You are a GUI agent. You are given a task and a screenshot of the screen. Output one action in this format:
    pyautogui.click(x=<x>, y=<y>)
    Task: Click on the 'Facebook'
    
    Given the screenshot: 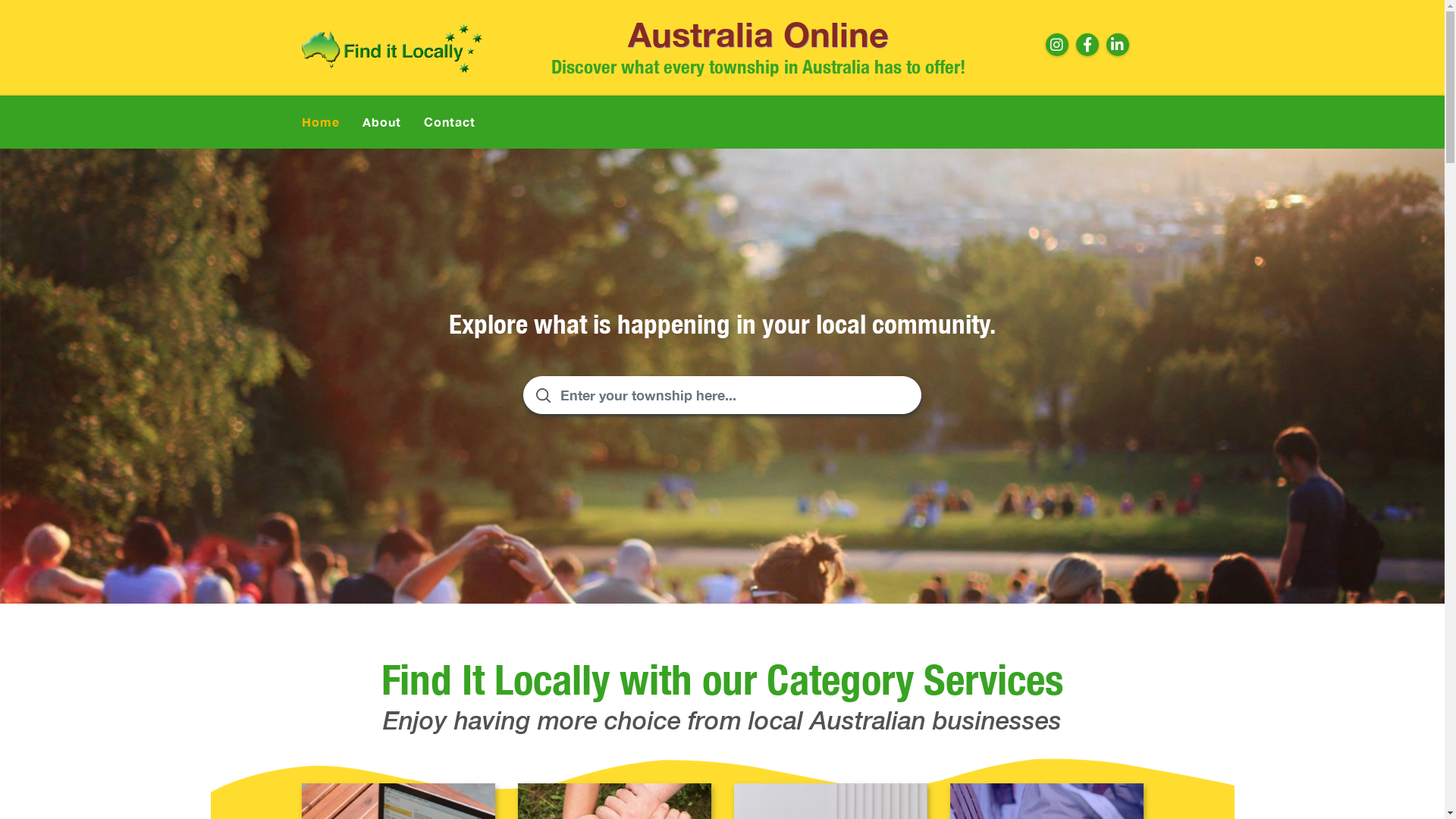 What is the action you would take?
    pyautogui.click(x=1087, y=43)
    